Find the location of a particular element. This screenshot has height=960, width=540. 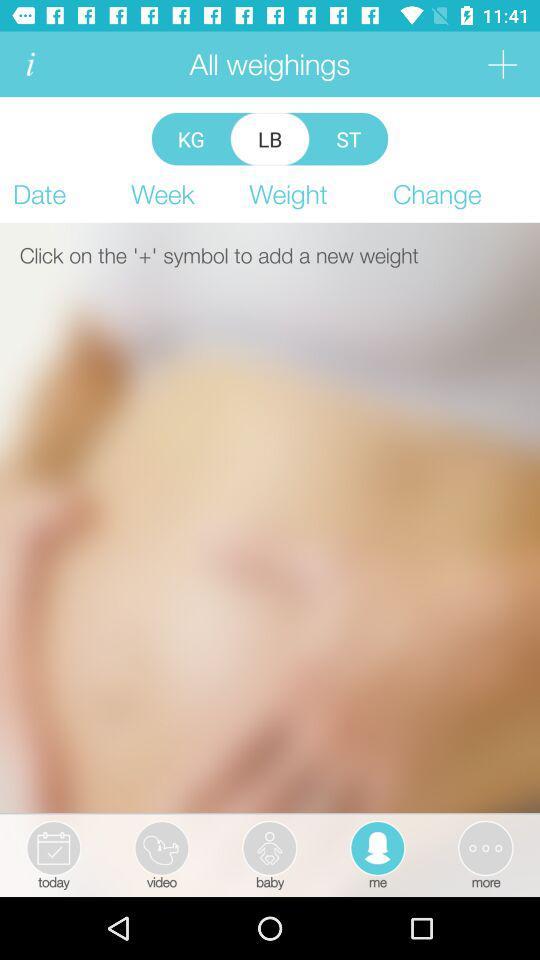

item above the week item is located at coordinates (270, 138).